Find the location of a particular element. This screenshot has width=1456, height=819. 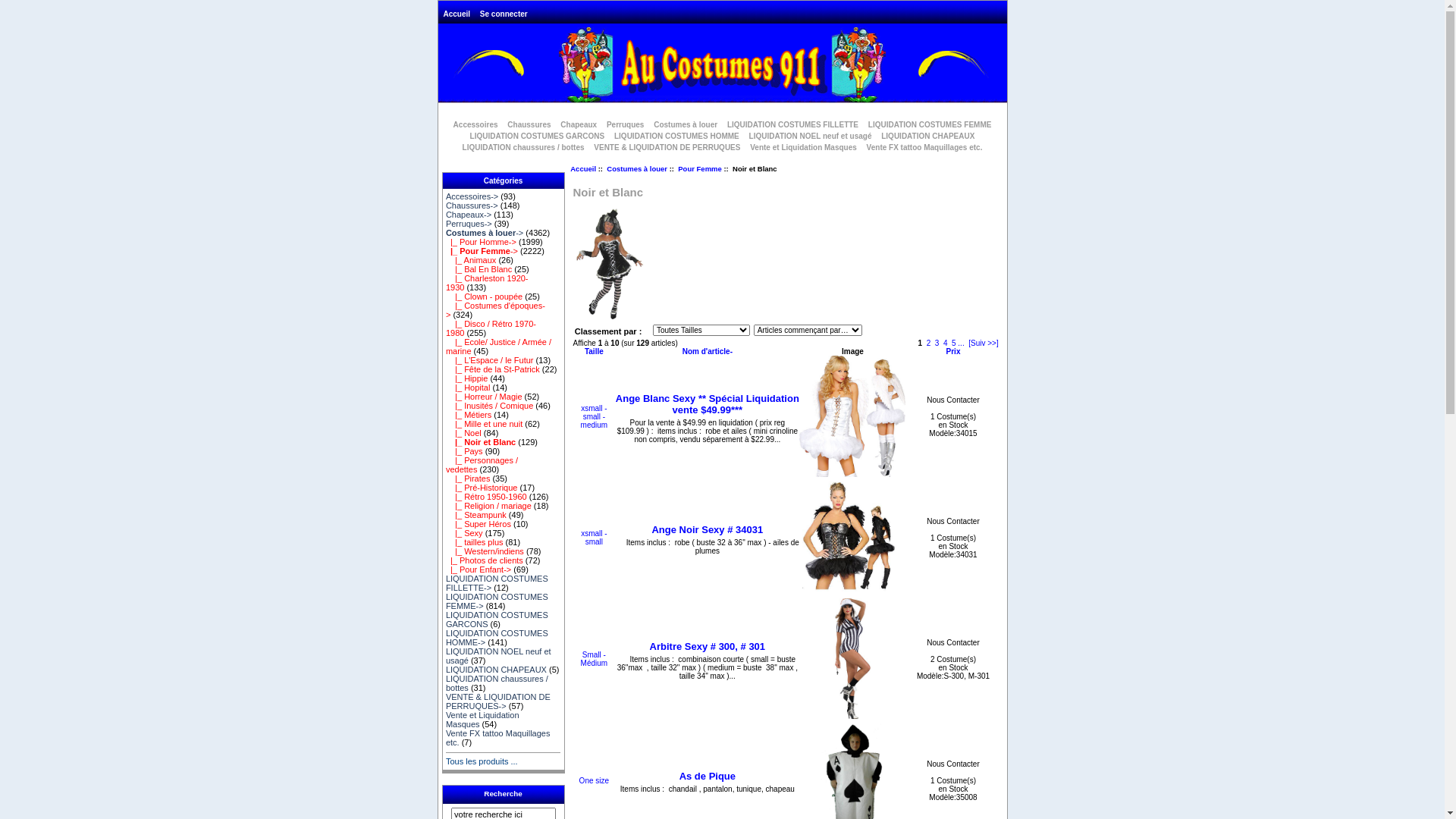

'2' is located at coordinates (927, 343).